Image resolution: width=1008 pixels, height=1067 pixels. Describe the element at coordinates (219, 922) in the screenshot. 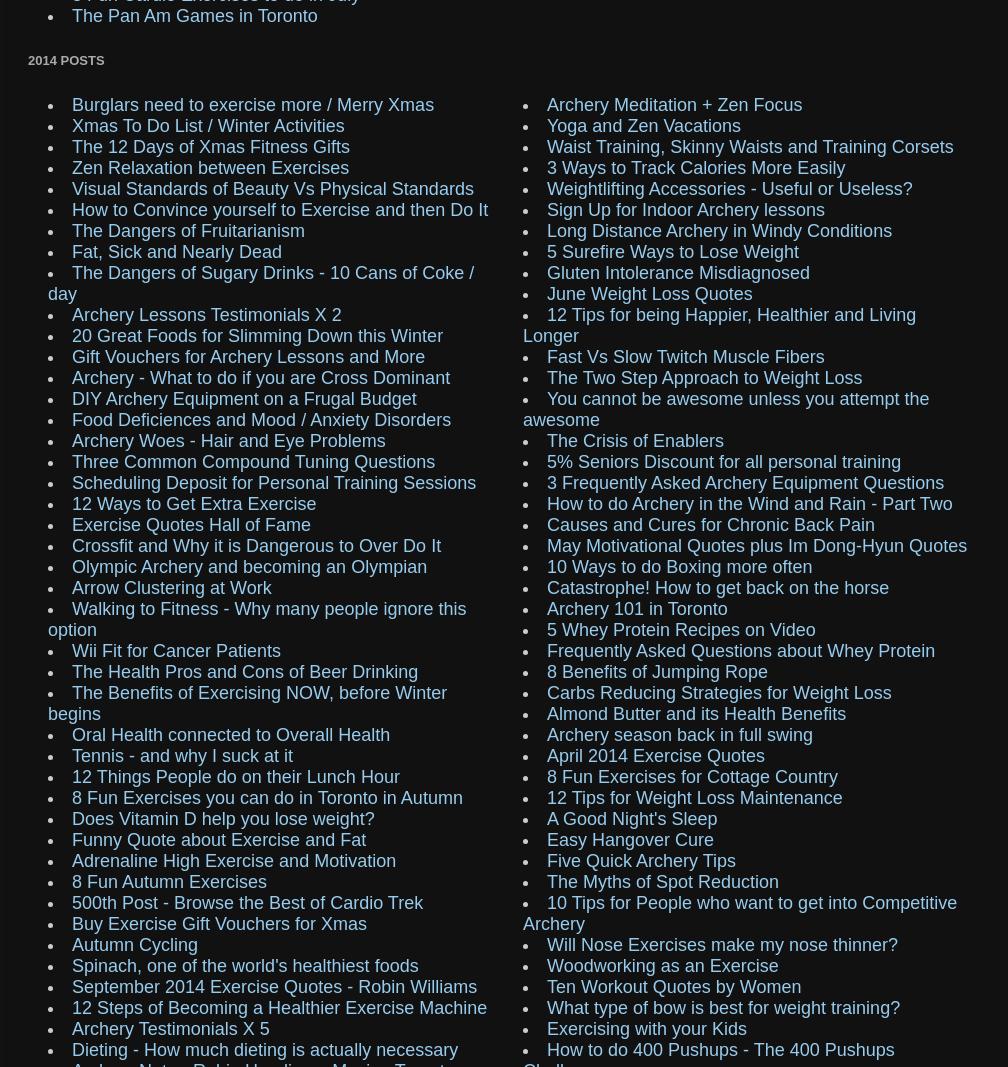

I see `'Buy Exercise Gift Vouchers for Xmas'` at that location.